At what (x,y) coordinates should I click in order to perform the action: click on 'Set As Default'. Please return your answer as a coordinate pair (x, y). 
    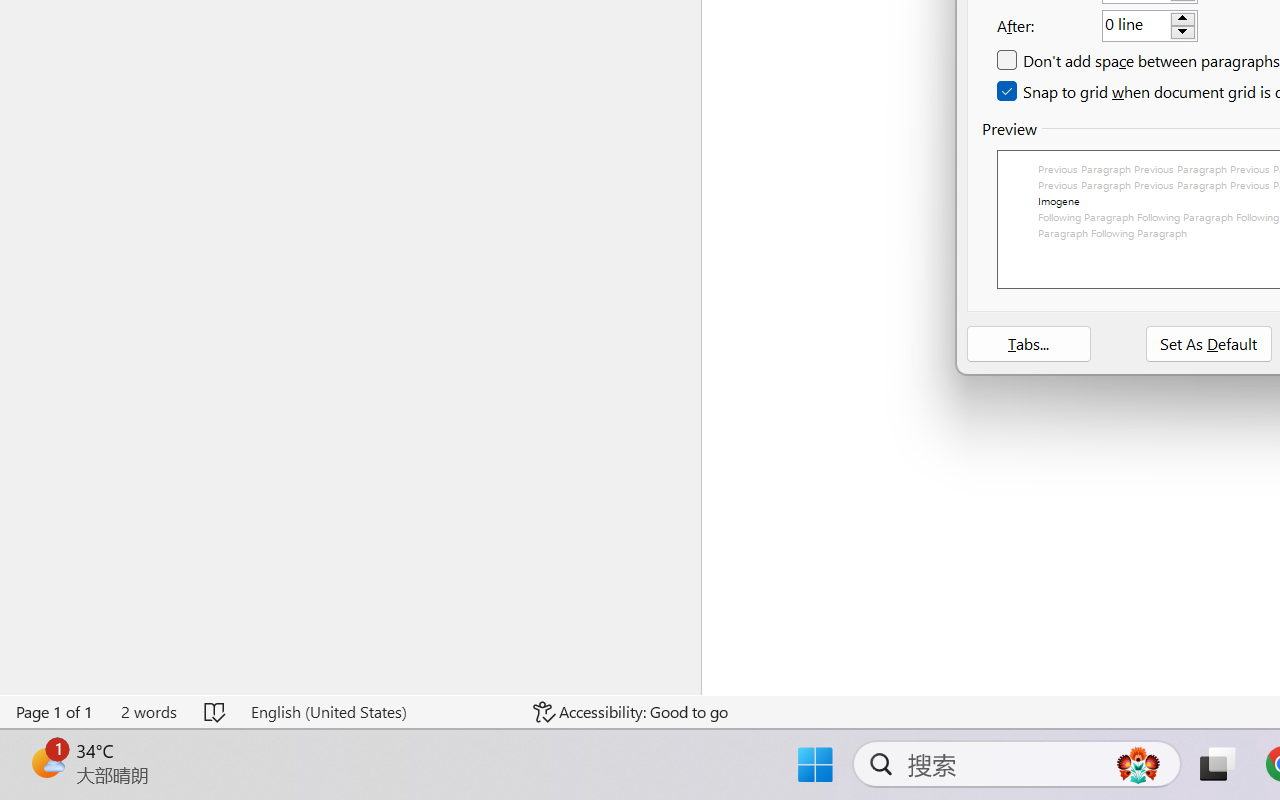
    Looking at the image, I should click on (1208, 344).